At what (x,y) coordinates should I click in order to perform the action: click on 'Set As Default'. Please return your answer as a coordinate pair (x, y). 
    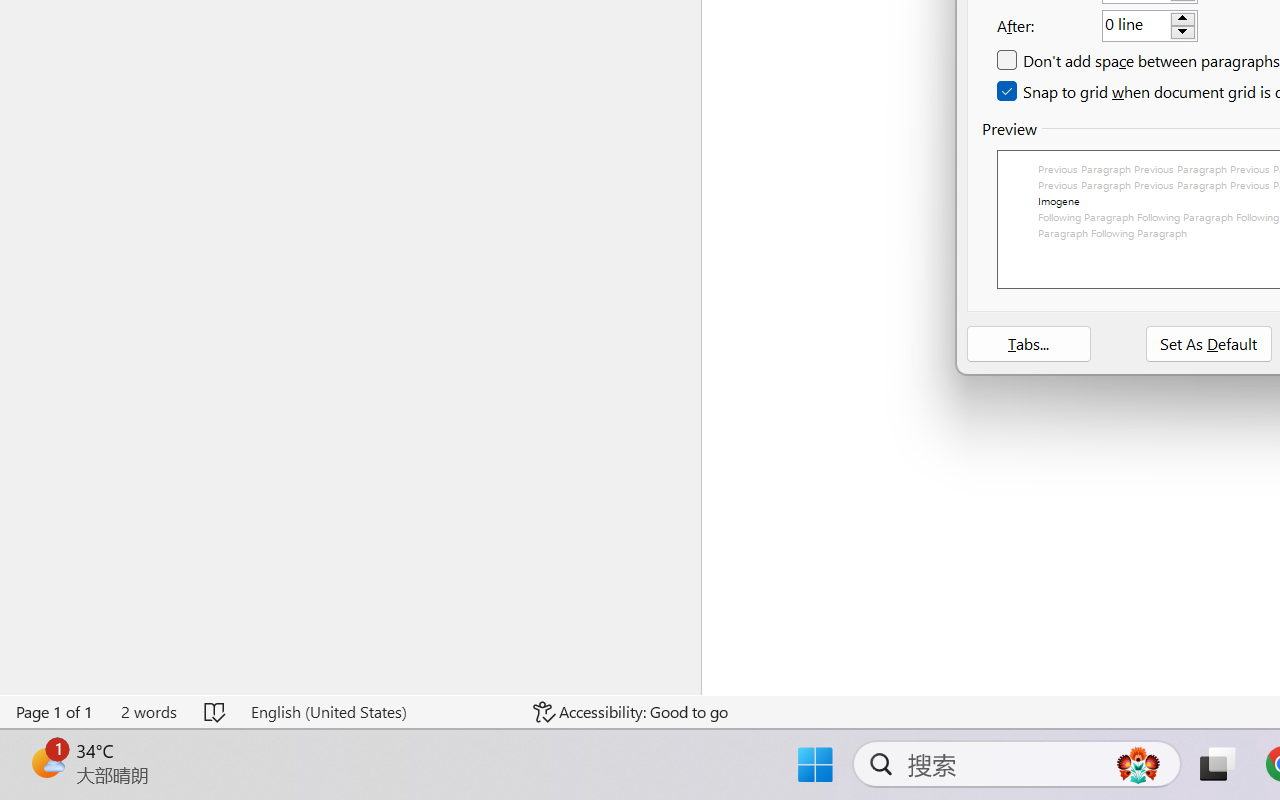
    Looking at the image, I should click on (1208, 344).